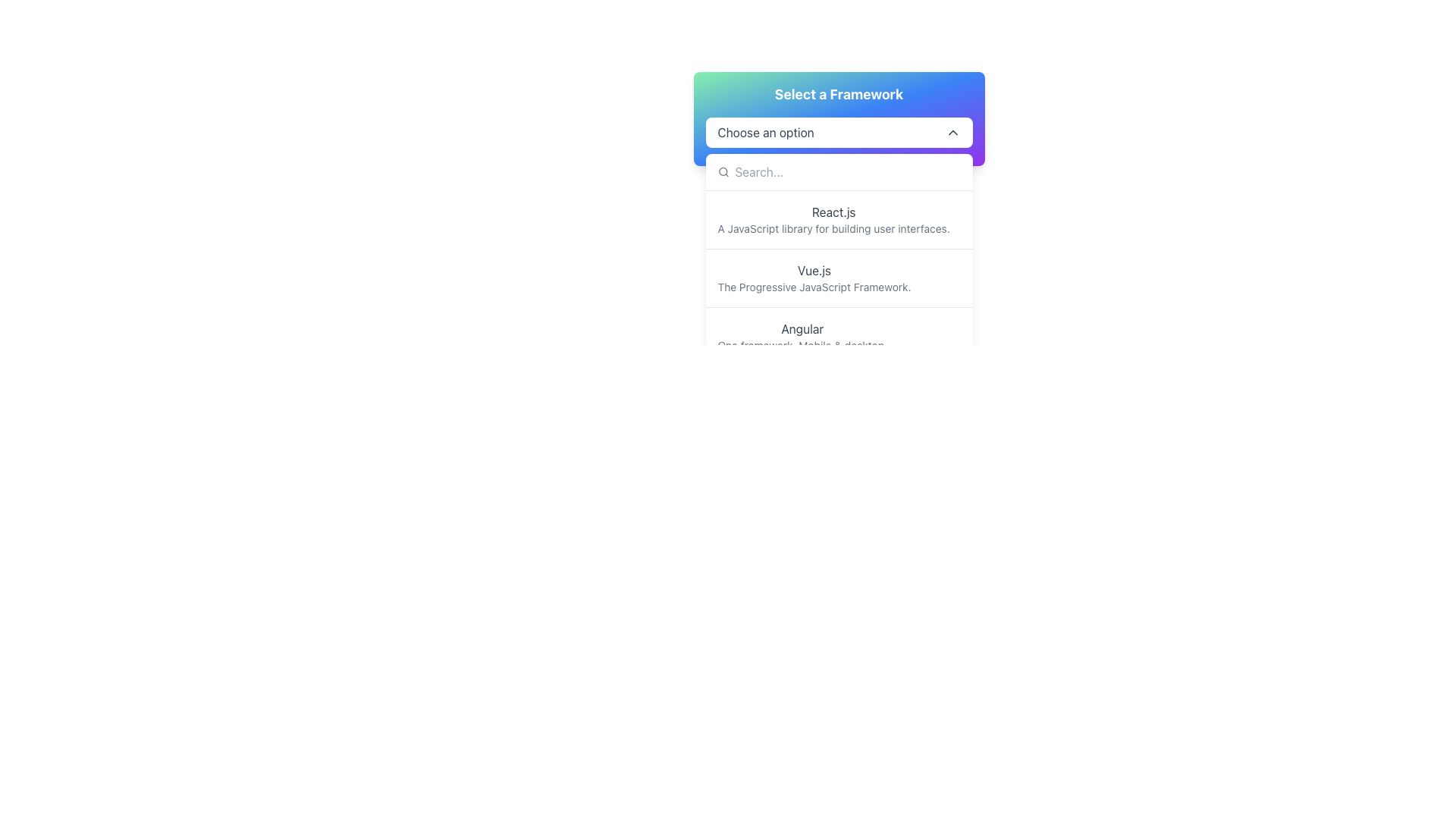 This screenshot has height=819, width=1456. Describe the element at coordinates (838, 335) in the screenshot. I see `the third option in the dropdown menu under 'Select a Framework'` at that location.